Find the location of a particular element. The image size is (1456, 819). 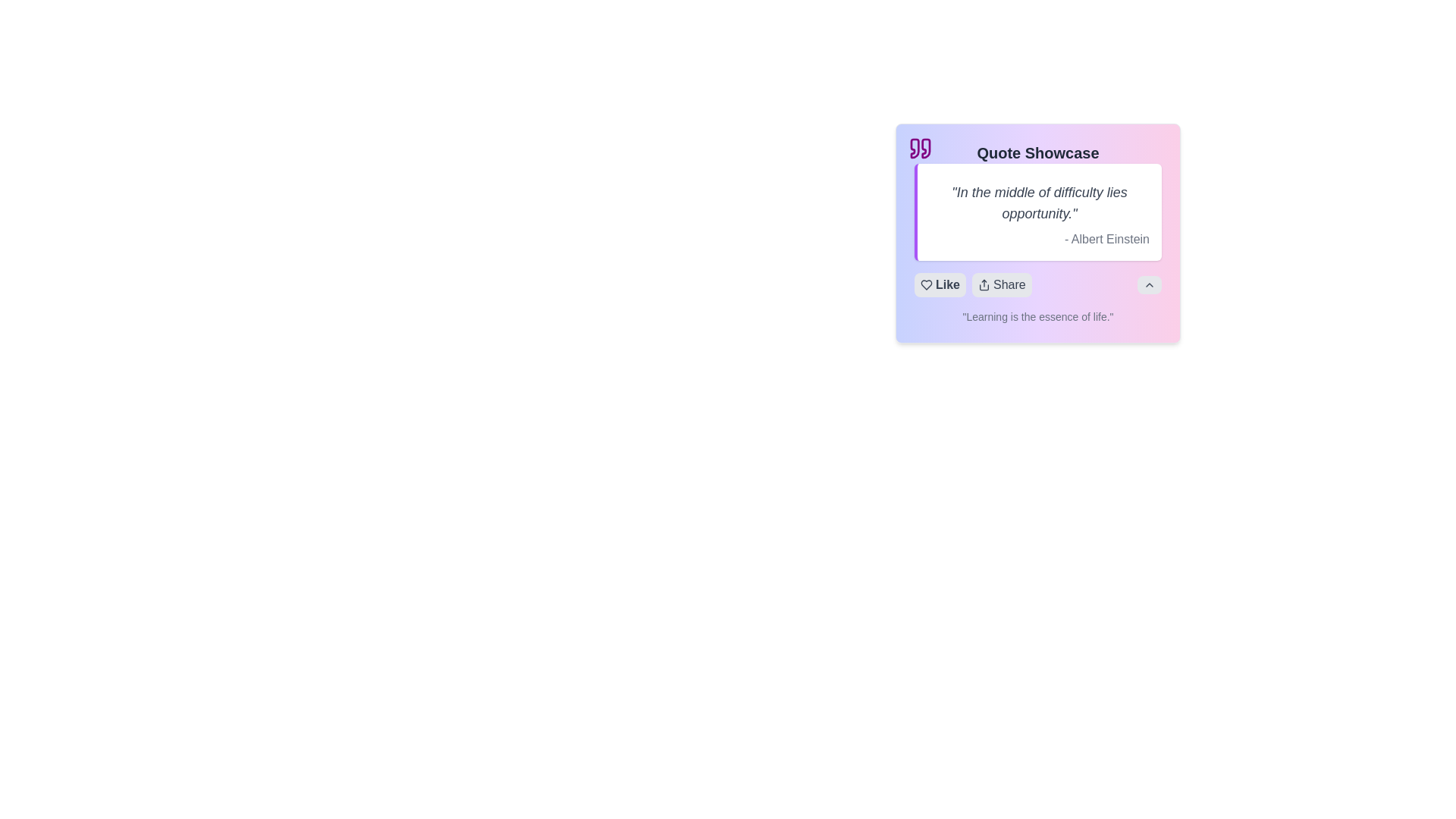

the second quotation mark icon, which is a purple, minimalistic SVG element located in the upper-left corner of the 'Quote Showcase' card interface is located at coordinates (925, 149).